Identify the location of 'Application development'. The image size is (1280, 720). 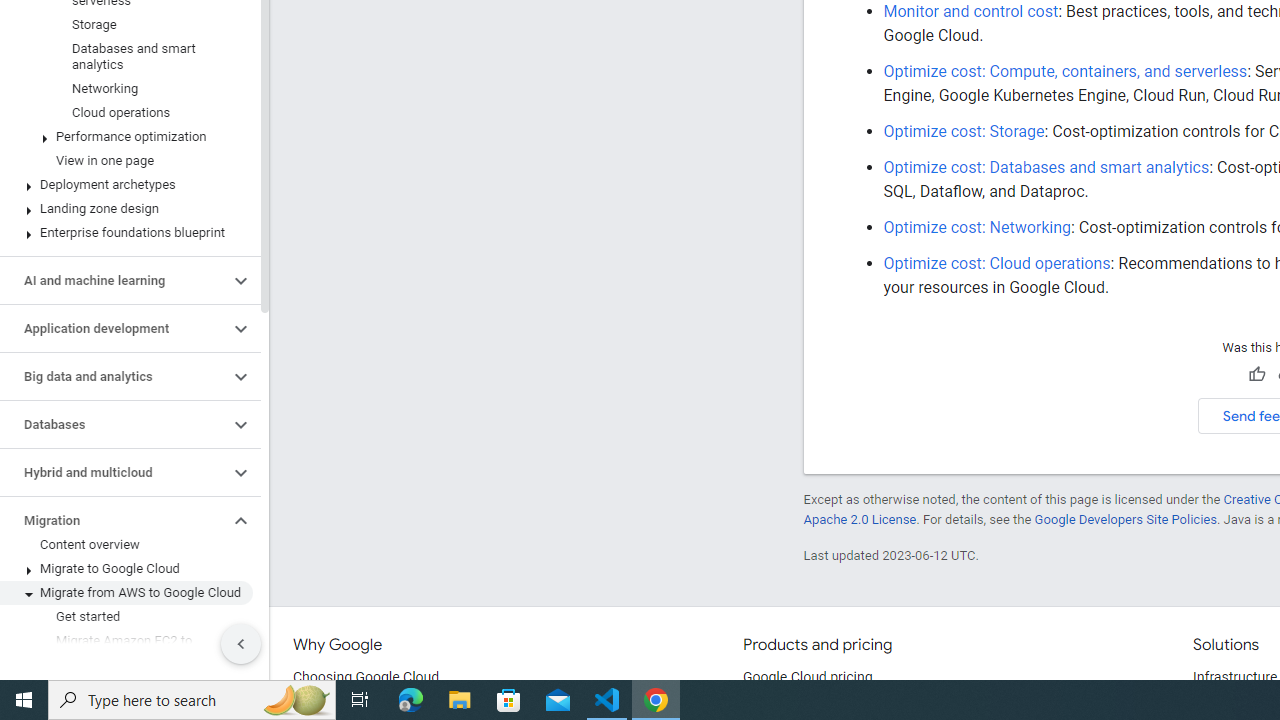
(113, 328).